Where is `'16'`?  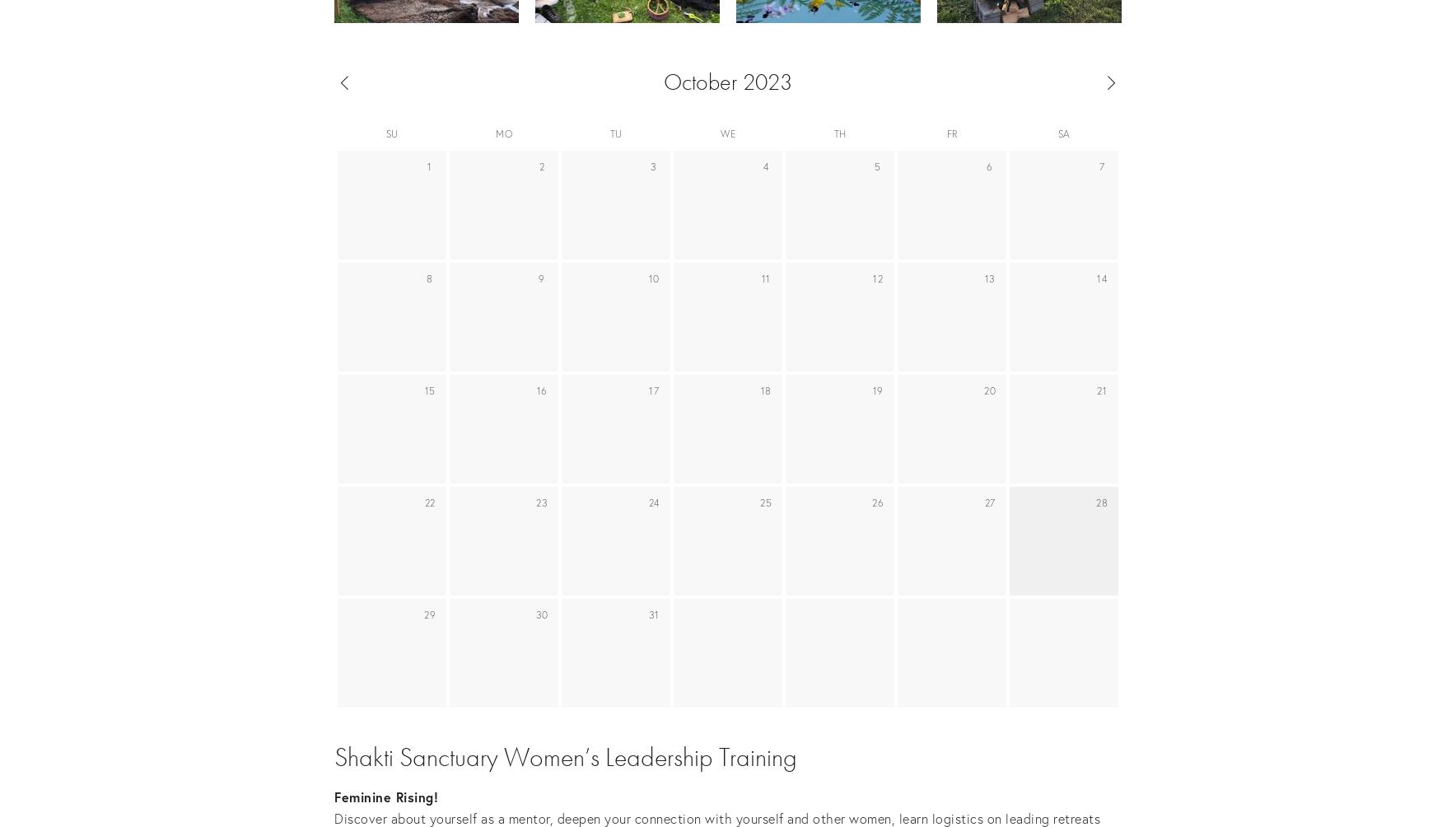
'16' is located at coordinates (540, 390).